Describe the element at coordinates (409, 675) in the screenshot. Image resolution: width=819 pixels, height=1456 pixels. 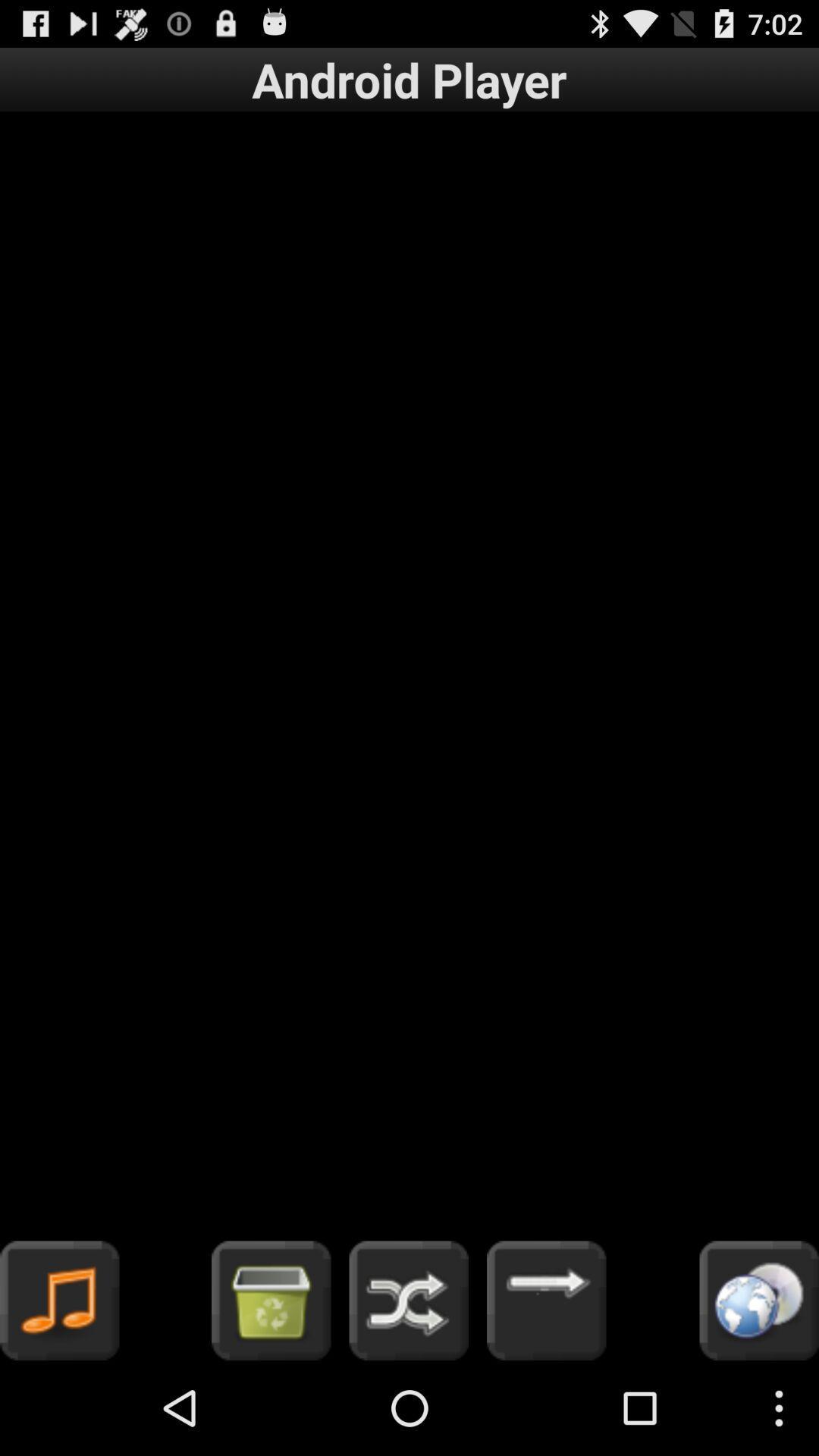
I see `icon below the android player item` at that location.